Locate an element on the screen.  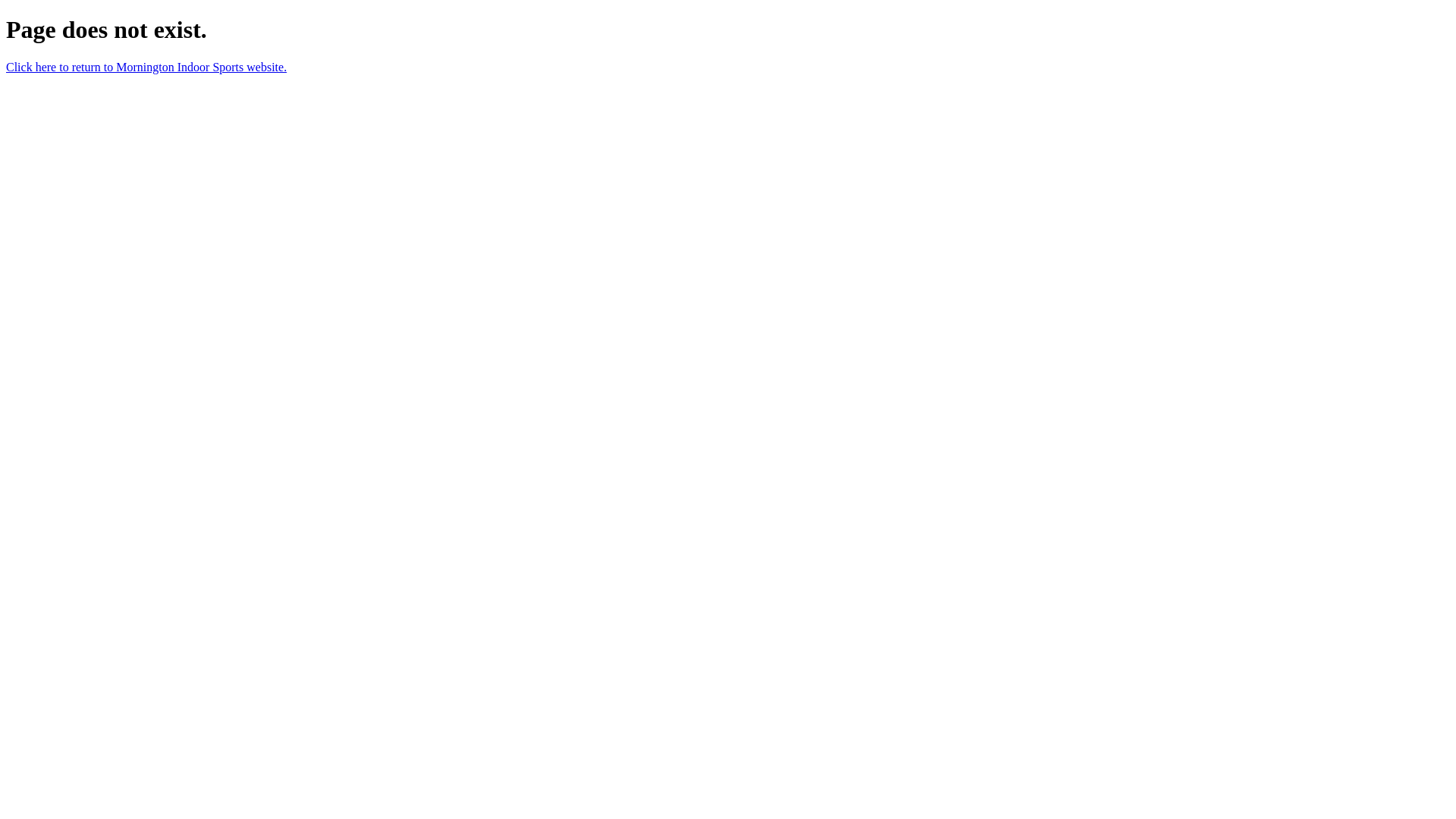
'Click here to return to Mornington Indoor Sports website.' is located at coordinates (146, 66).